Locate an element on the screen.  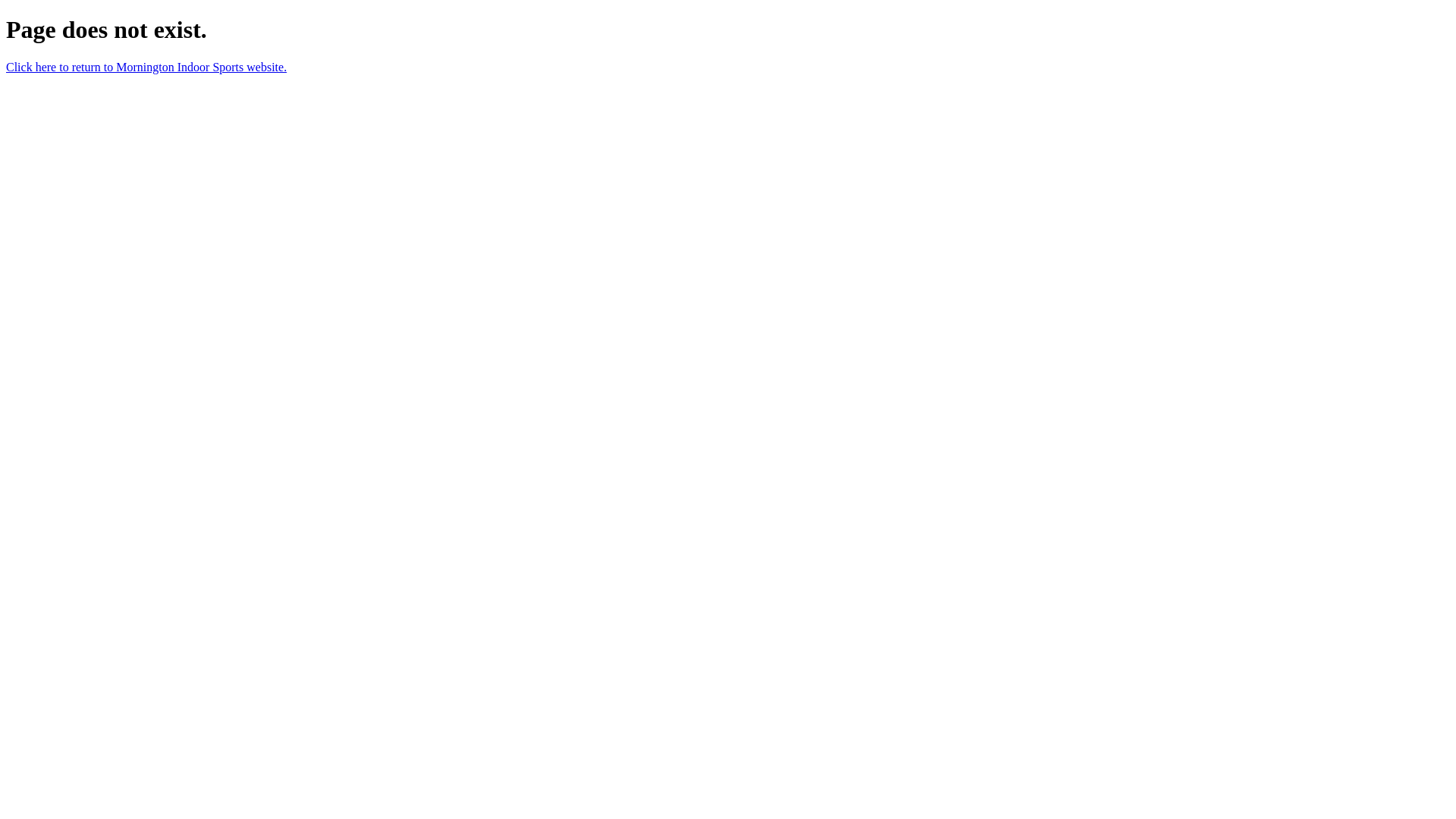
'Click here to return to Mornington Indoor Sports website.' is located at coordinates (146, 66).